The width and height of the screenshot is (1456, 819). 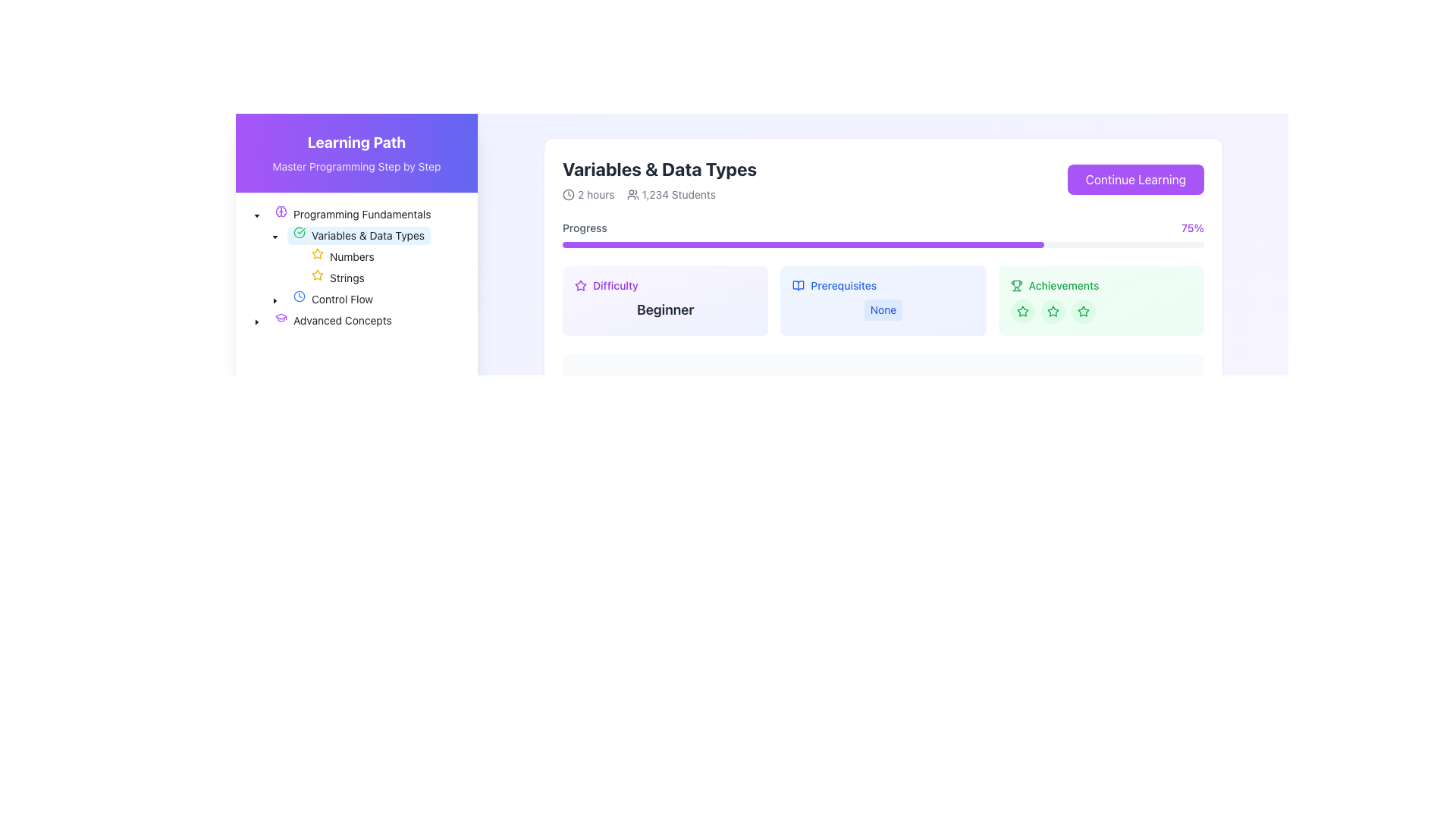 What do you see at coordinates (257, 216) in the screenshot?
I see `the Dropdown expansion indicator (caret icon) located in the left panel under 'Programming Fundamentals'` at bounding box center [257, 216].